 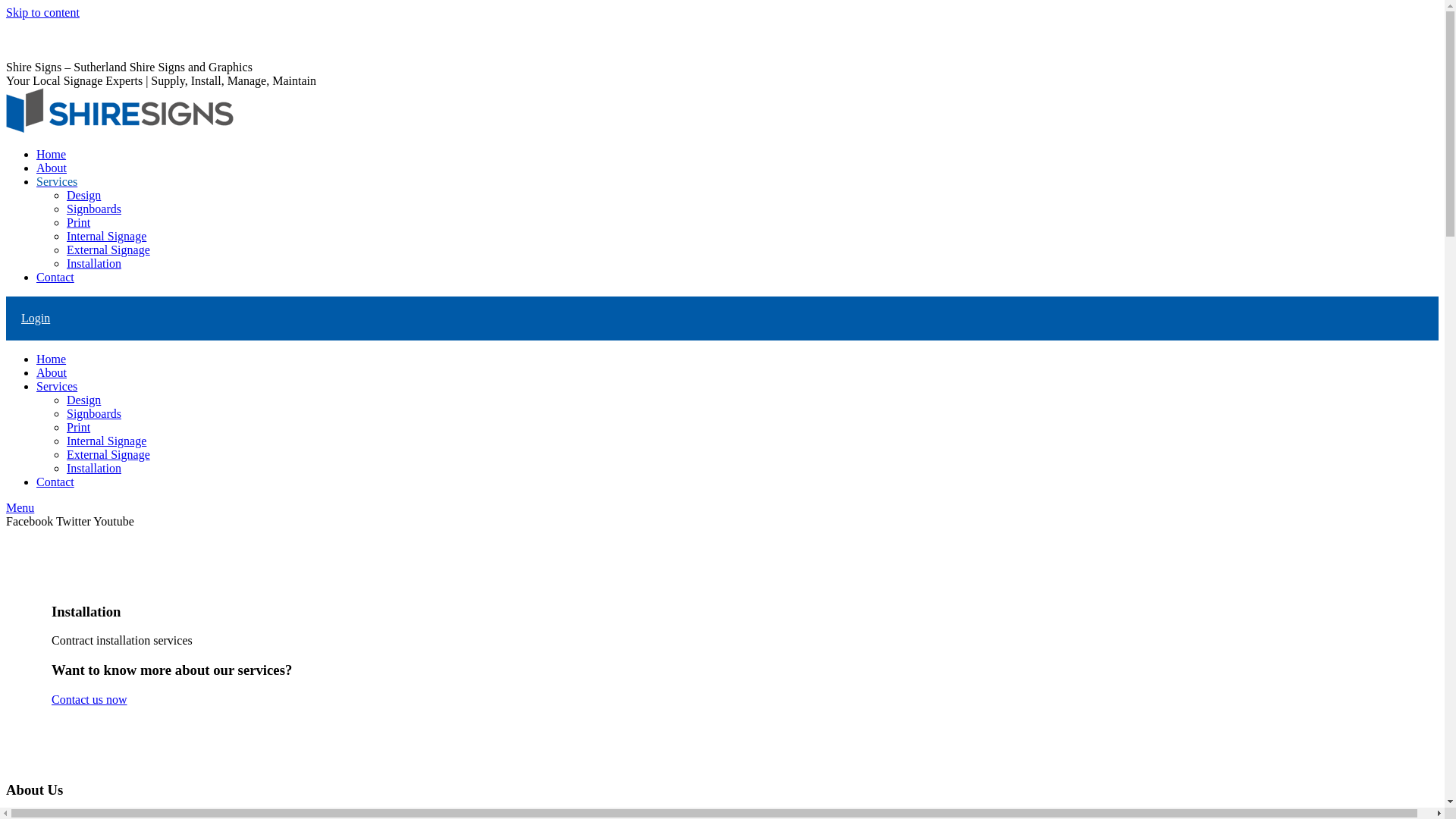 What do you see at coordinates (36, 39) in the screenshot?
I see `'My Account'` at bounding box center [36, 39].